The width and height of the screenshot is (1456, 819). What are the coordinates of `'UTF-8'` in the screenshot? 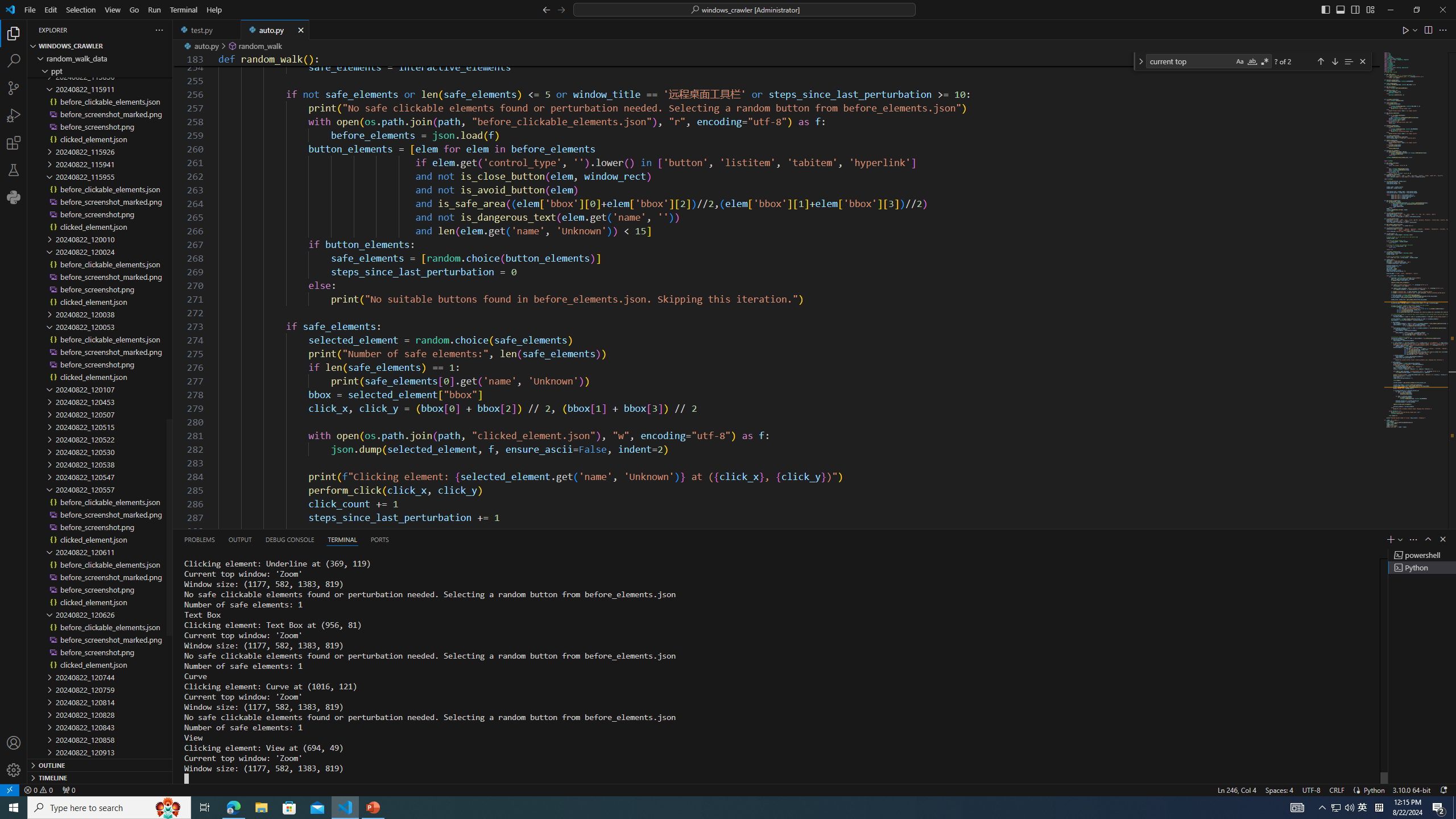 It's located at (1310, 789).